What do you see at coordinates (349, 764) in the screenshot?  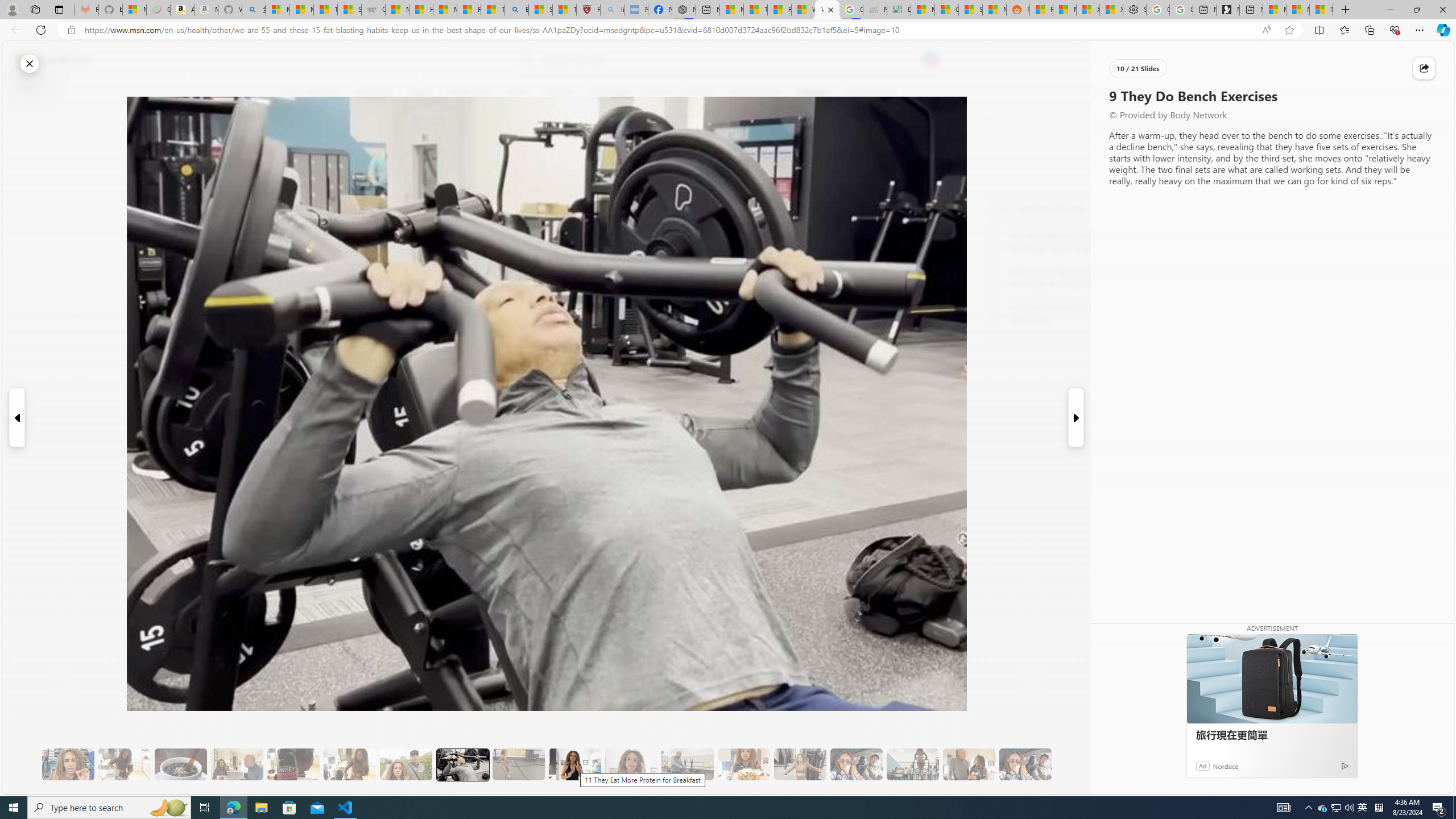 I see `'7 They Don'` at bounding box center [349, 764].